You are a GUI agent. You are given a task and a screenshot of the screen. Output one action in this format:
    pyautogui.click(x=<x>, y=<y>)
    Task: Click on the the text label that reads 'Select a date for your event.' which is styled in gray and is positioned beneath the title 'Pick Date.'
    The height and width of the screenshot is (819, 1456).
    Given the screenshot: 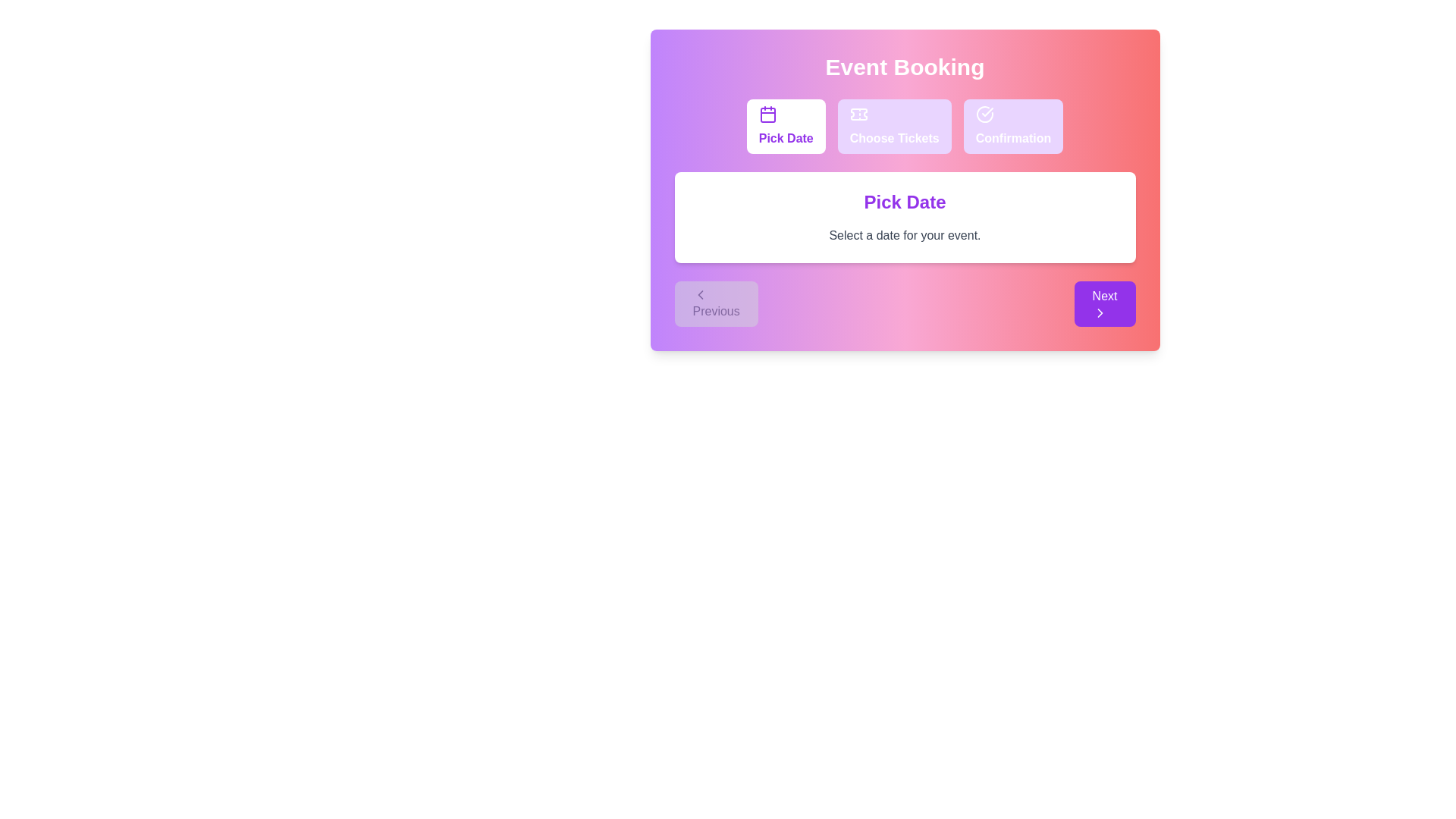 What is the action you would take?
    pyautogui.click(x=905, y=236)
    